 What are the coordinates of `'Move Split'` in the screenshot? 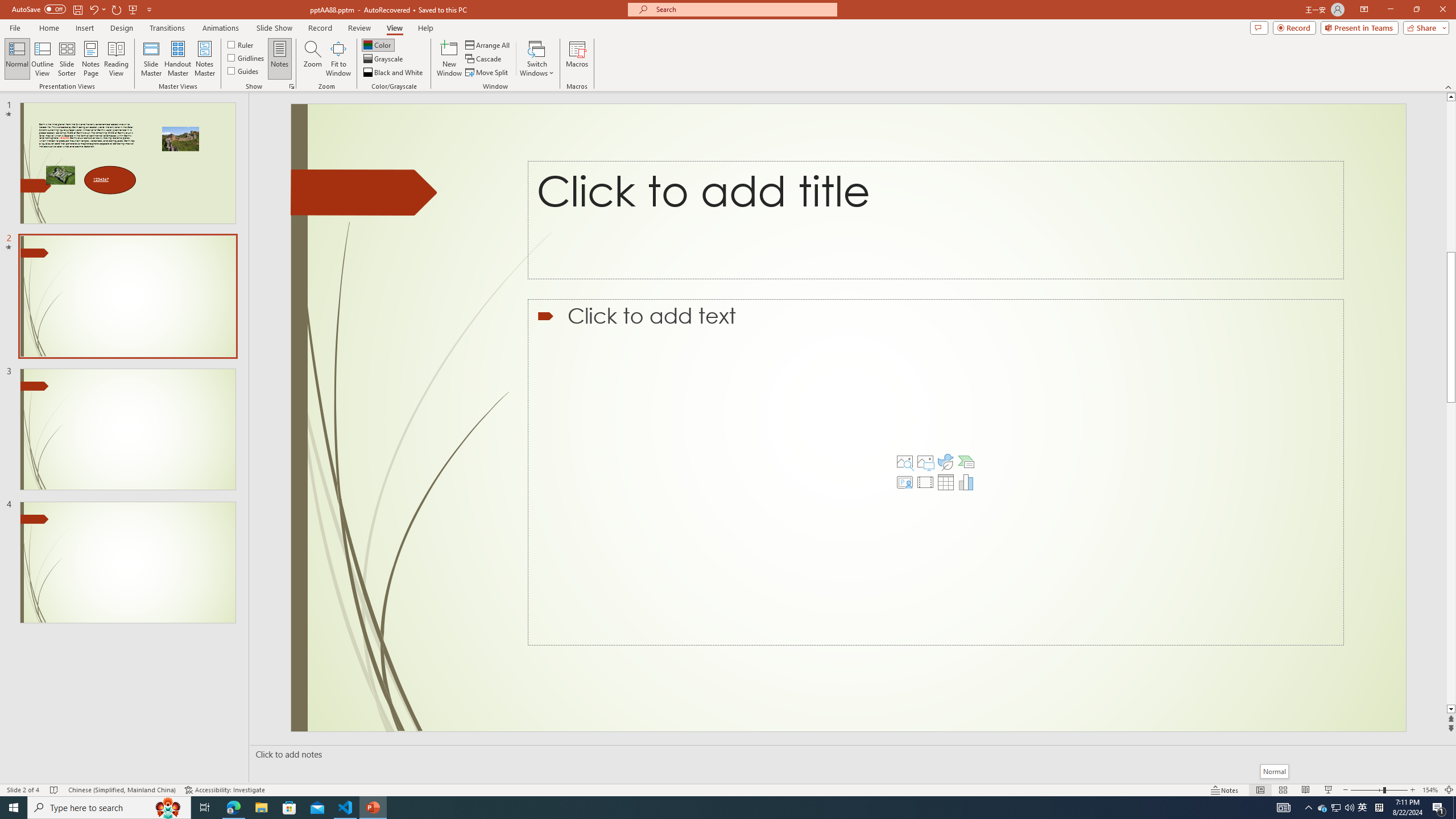 It's located at (487, 72).